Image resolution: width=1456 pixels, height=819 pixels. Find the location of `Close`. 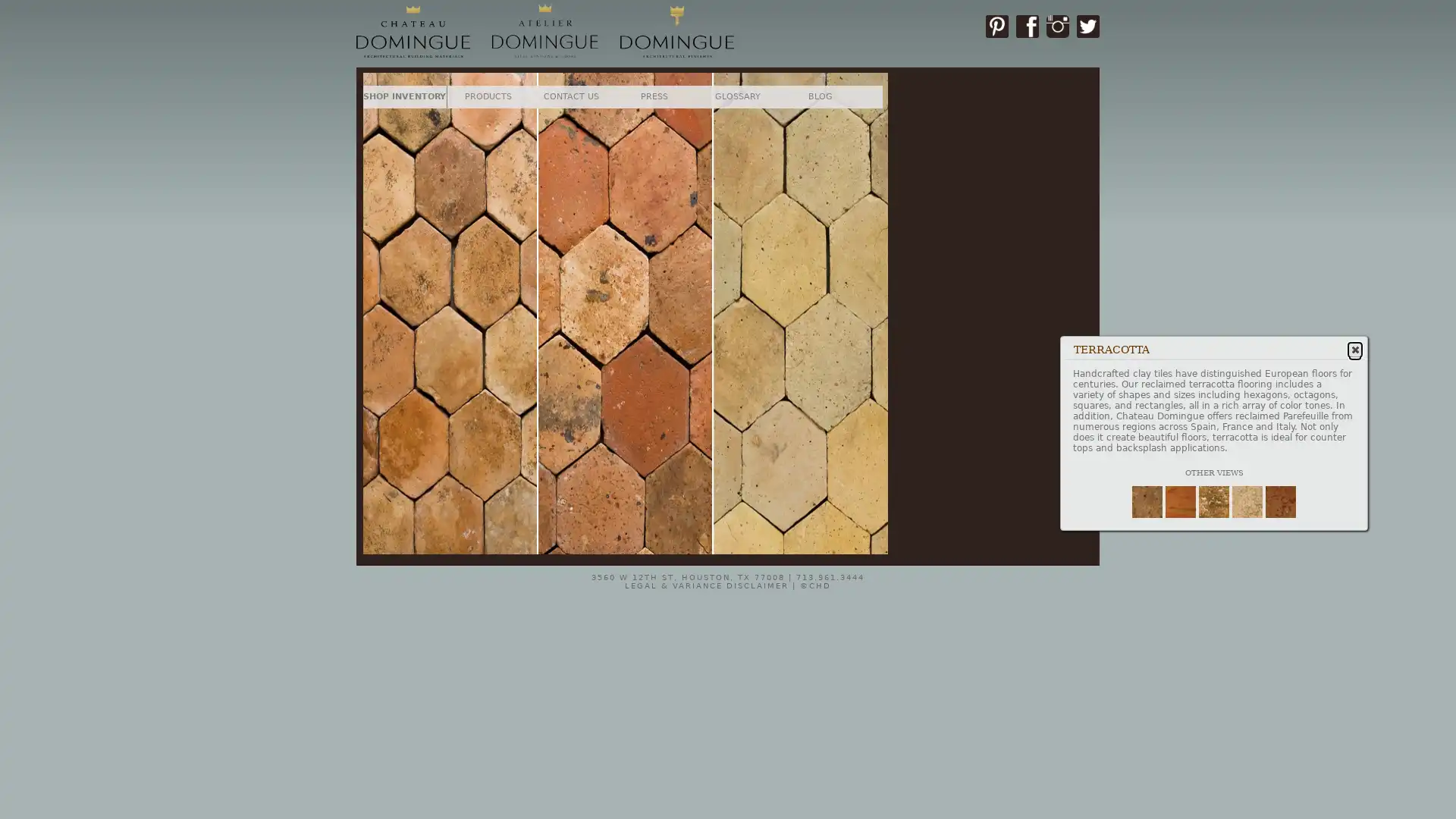

Close is located at coordinates (1354, 348).